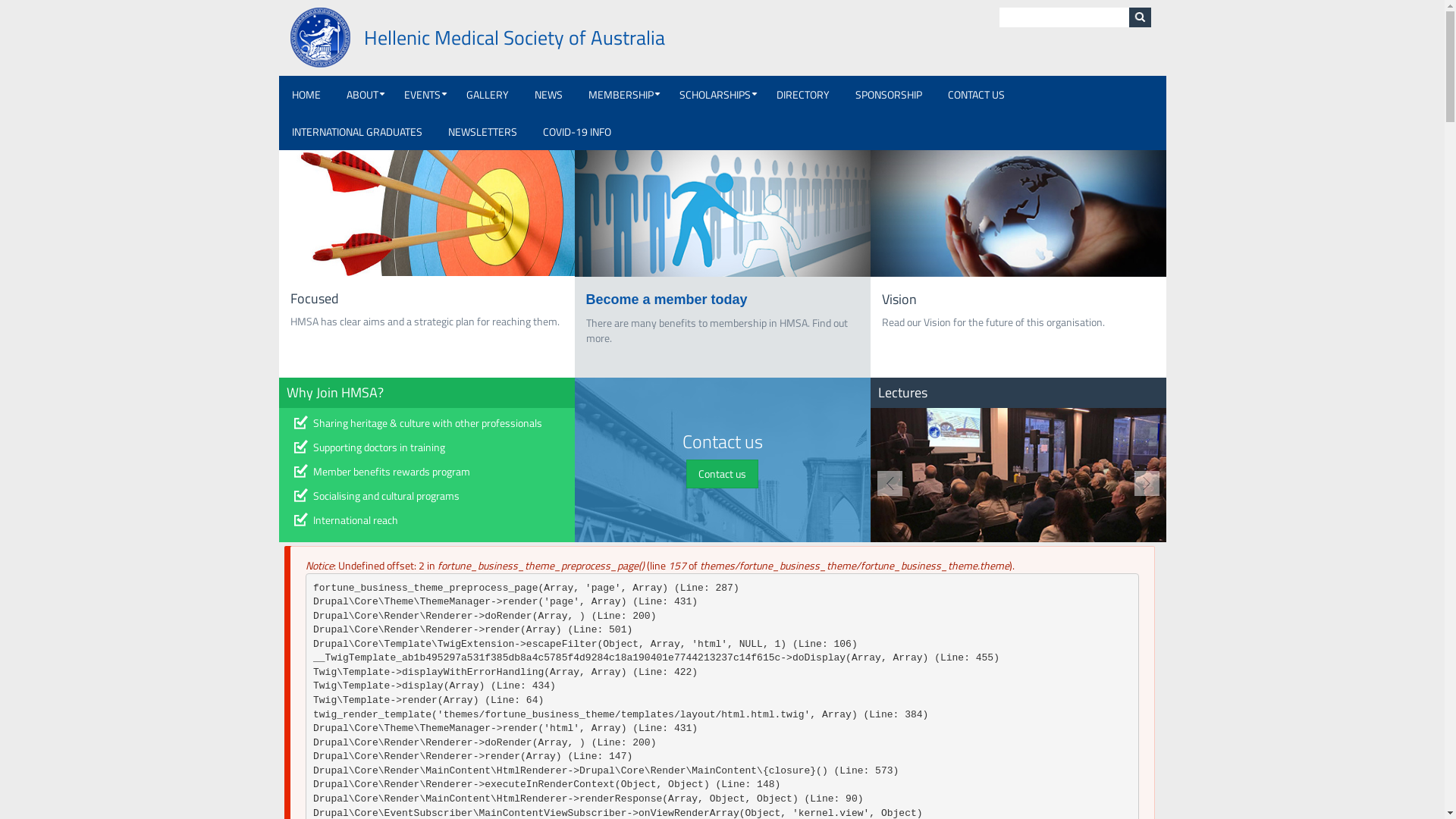 Image resolution: width=1456 pixels, height=819 pixels. I want to click on 'Search', so click(1139, 17).